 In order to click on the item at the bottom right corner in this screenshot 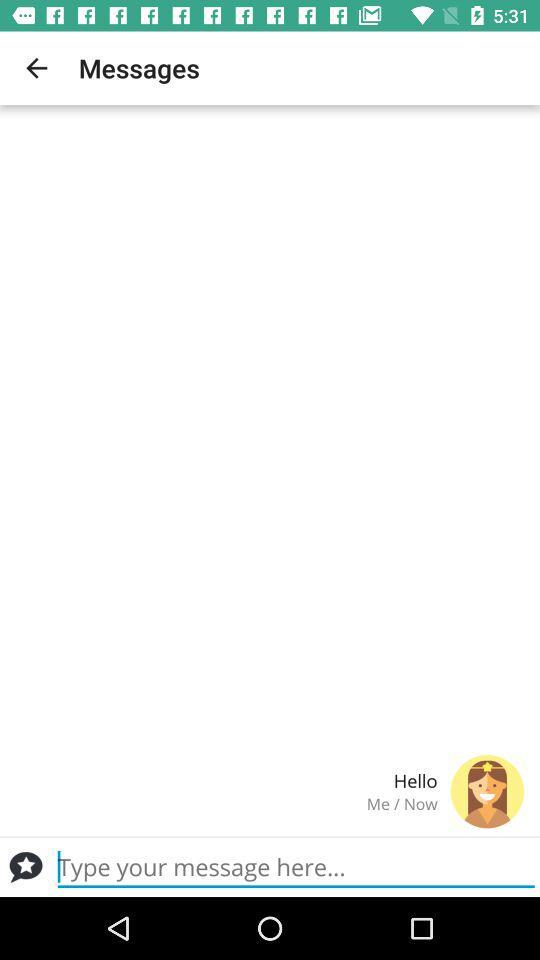, I will do `click(486, 791)`.